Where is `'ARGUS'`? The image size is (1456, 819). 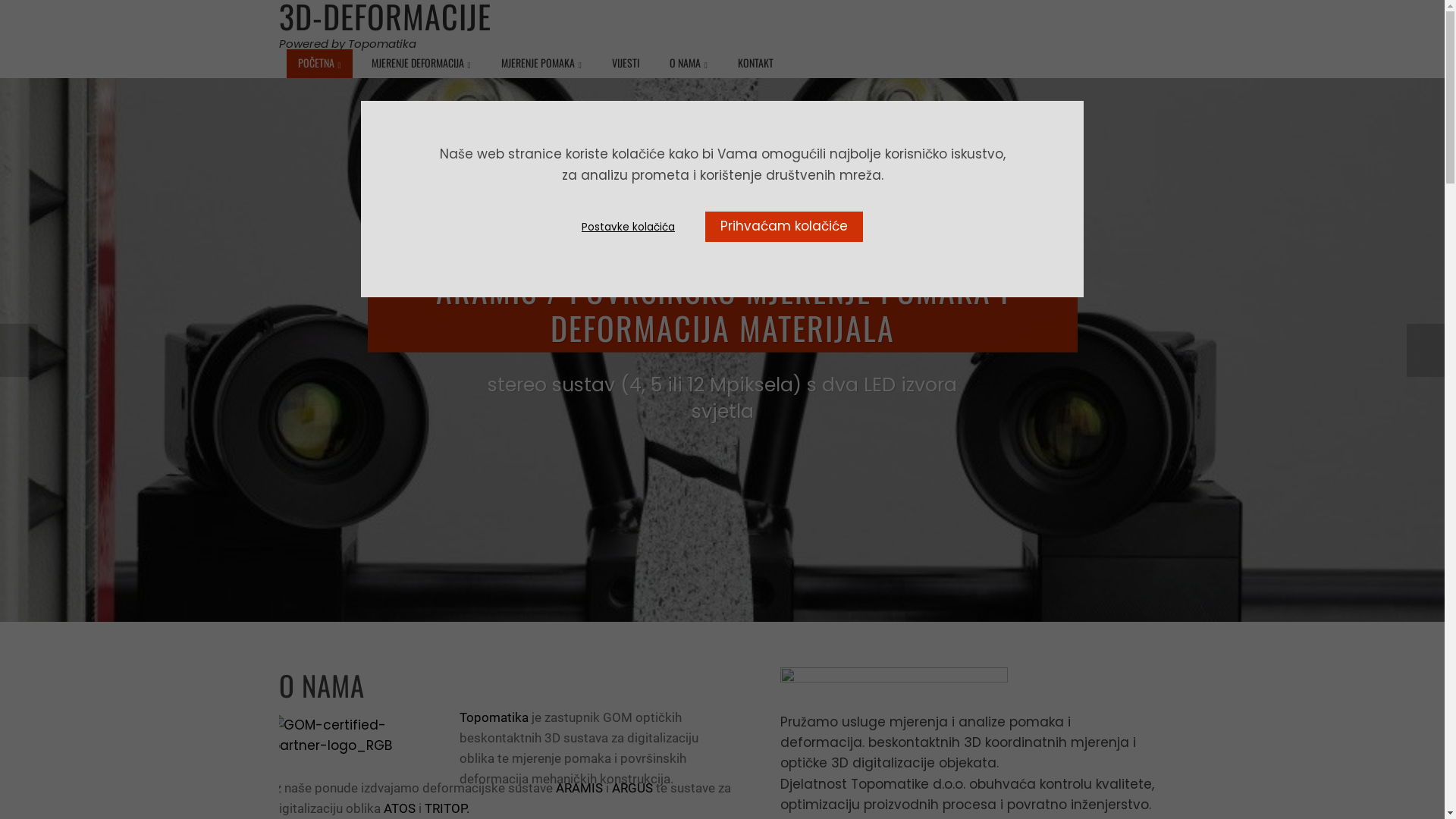
'ARGUS' is located at coordinates (632, 786).